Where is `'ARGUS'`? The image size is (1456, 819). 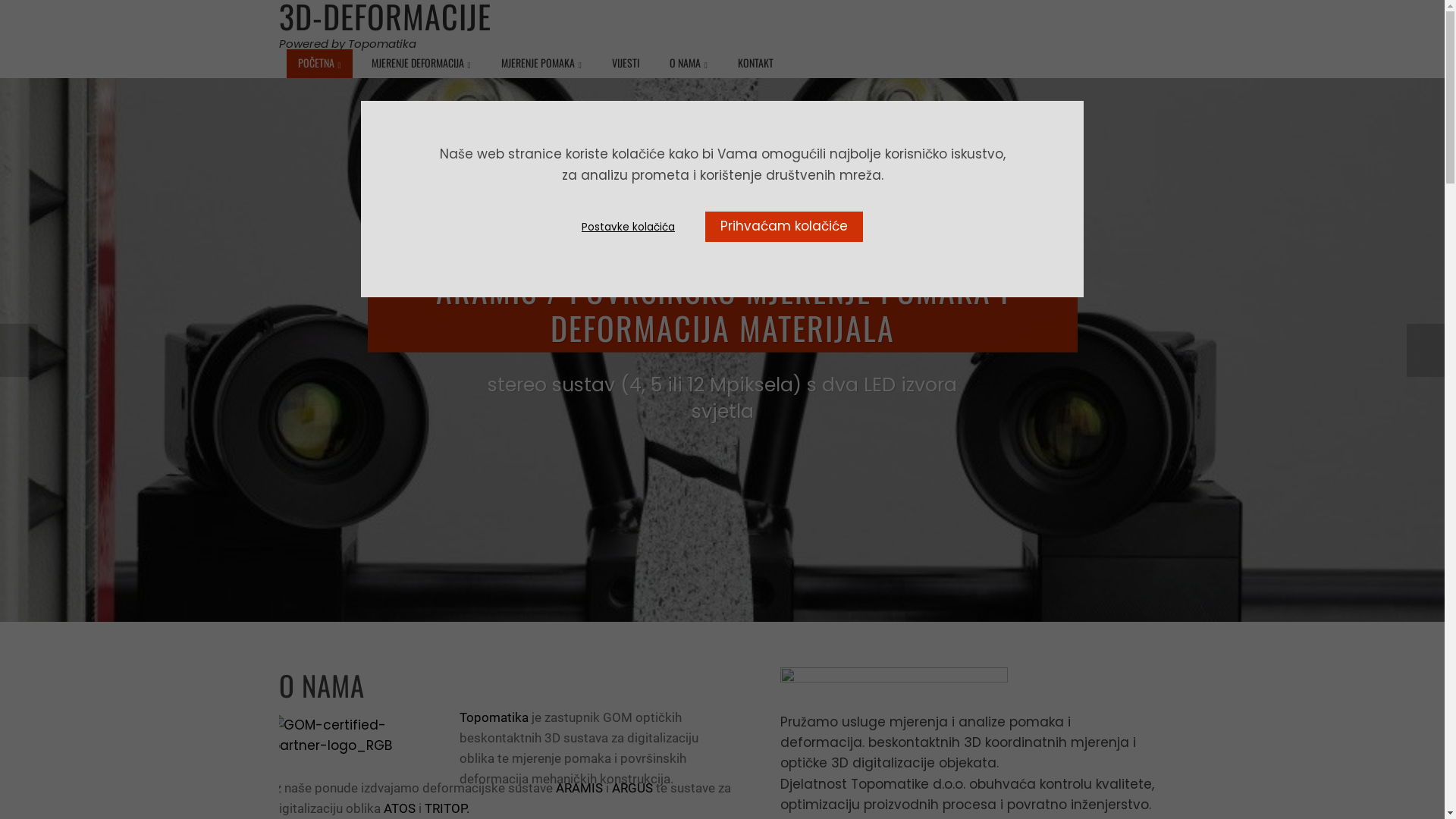
'ARGUS' is located at coordinates (632, 786).